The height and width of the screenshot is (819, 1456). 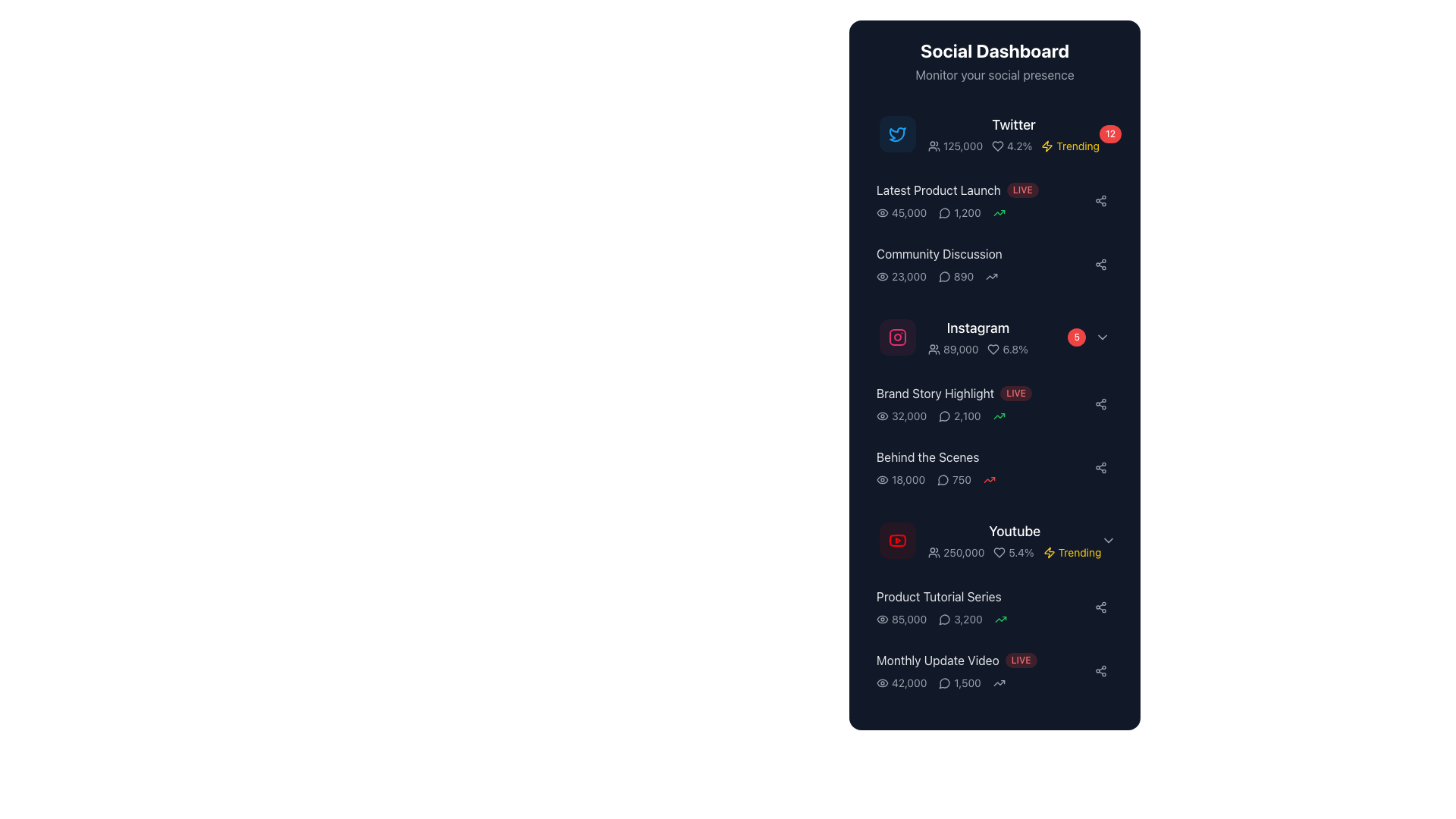 I want to click on the badge displaying the notification count located to the right of the Instagram row, next to the platform icon and statistics, so click(x=1076, y=336).